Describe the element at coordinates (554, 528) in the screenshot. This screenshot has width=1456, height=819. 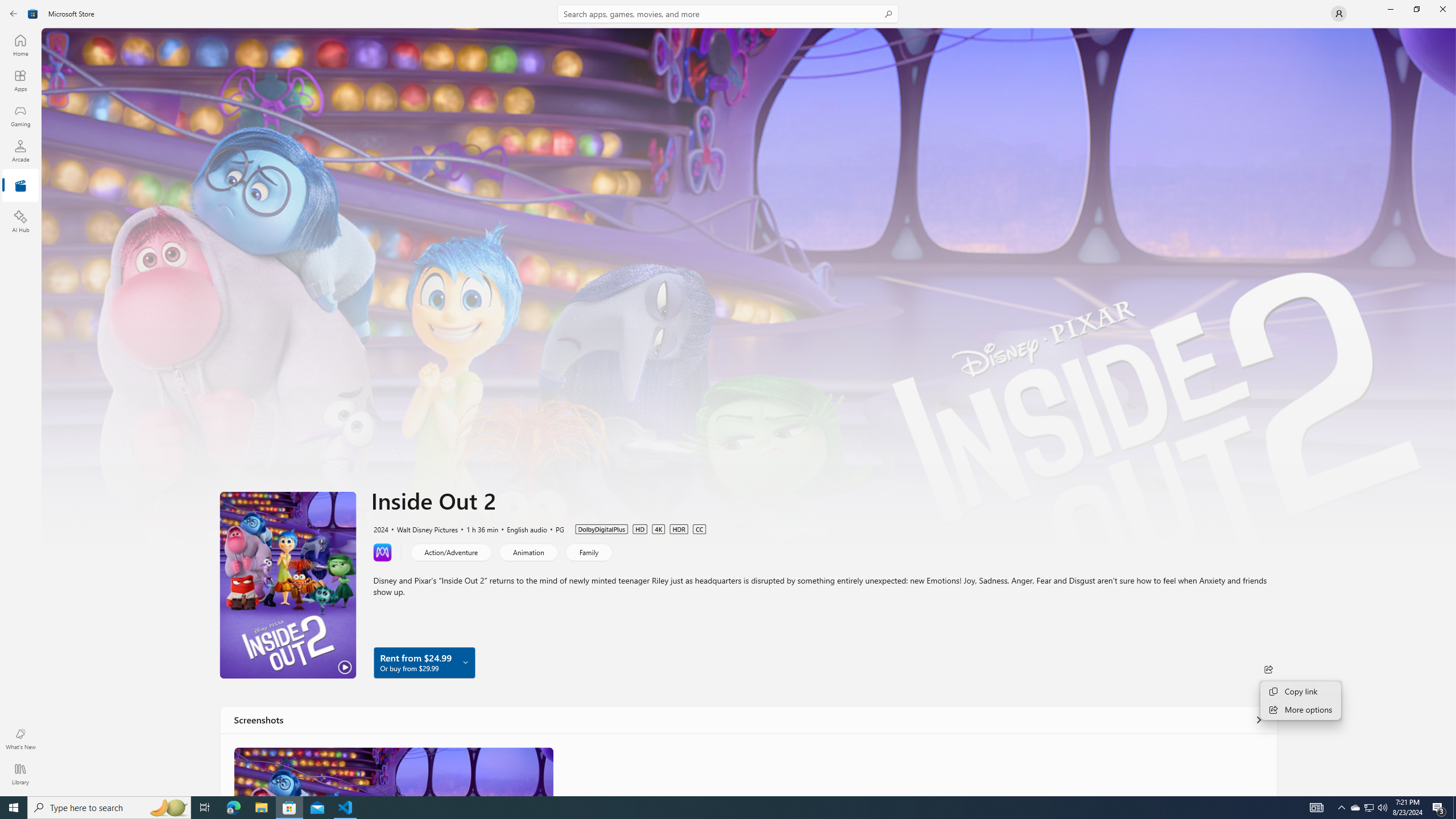
I see `'PG'` at that location.